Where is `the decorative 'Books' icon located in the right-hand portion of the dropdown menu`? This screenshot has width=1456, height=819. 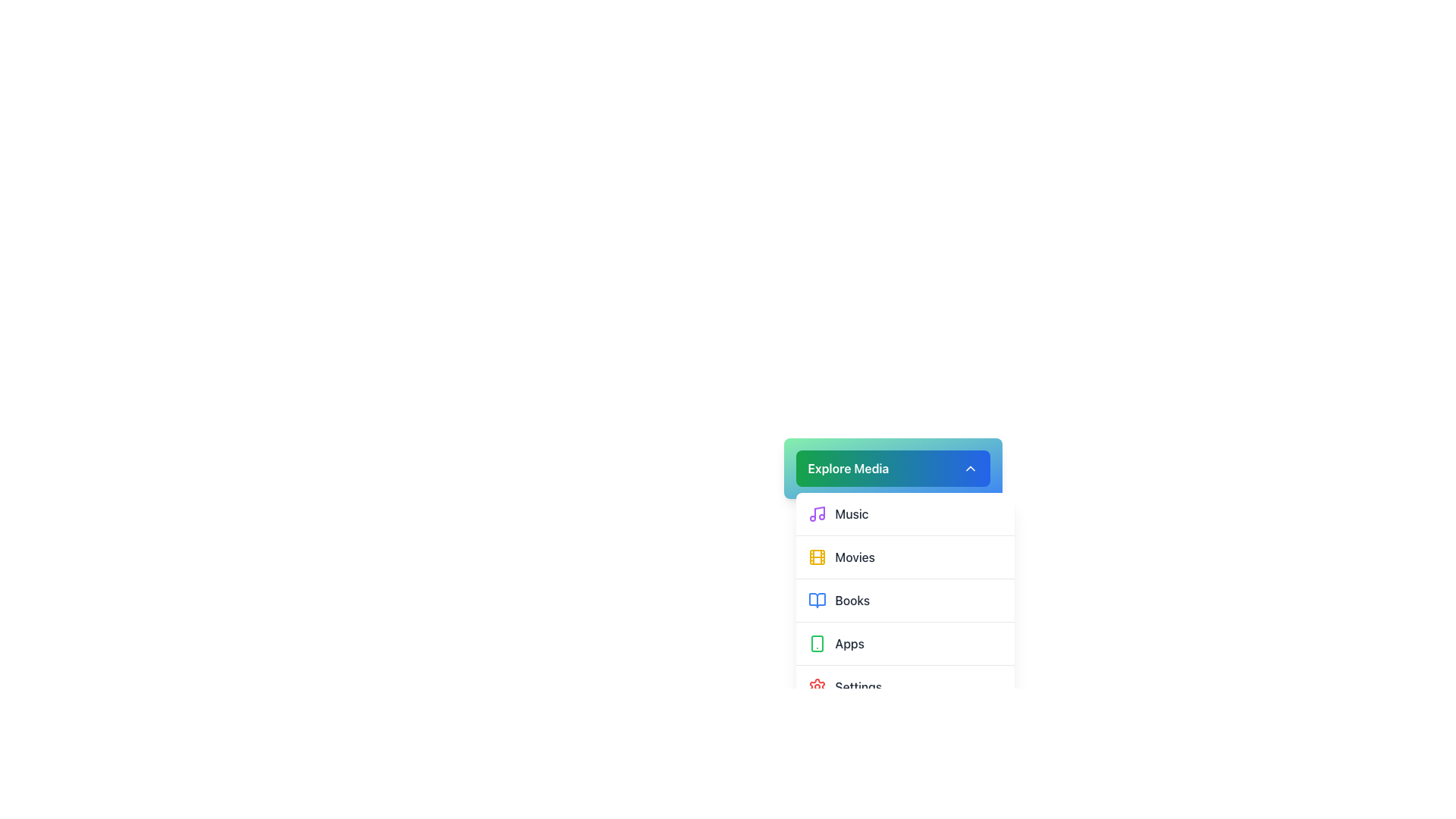 the decorative 'Books' icon located in the right-hand portion of the dropdown menu is located at coordinates (816, 599).